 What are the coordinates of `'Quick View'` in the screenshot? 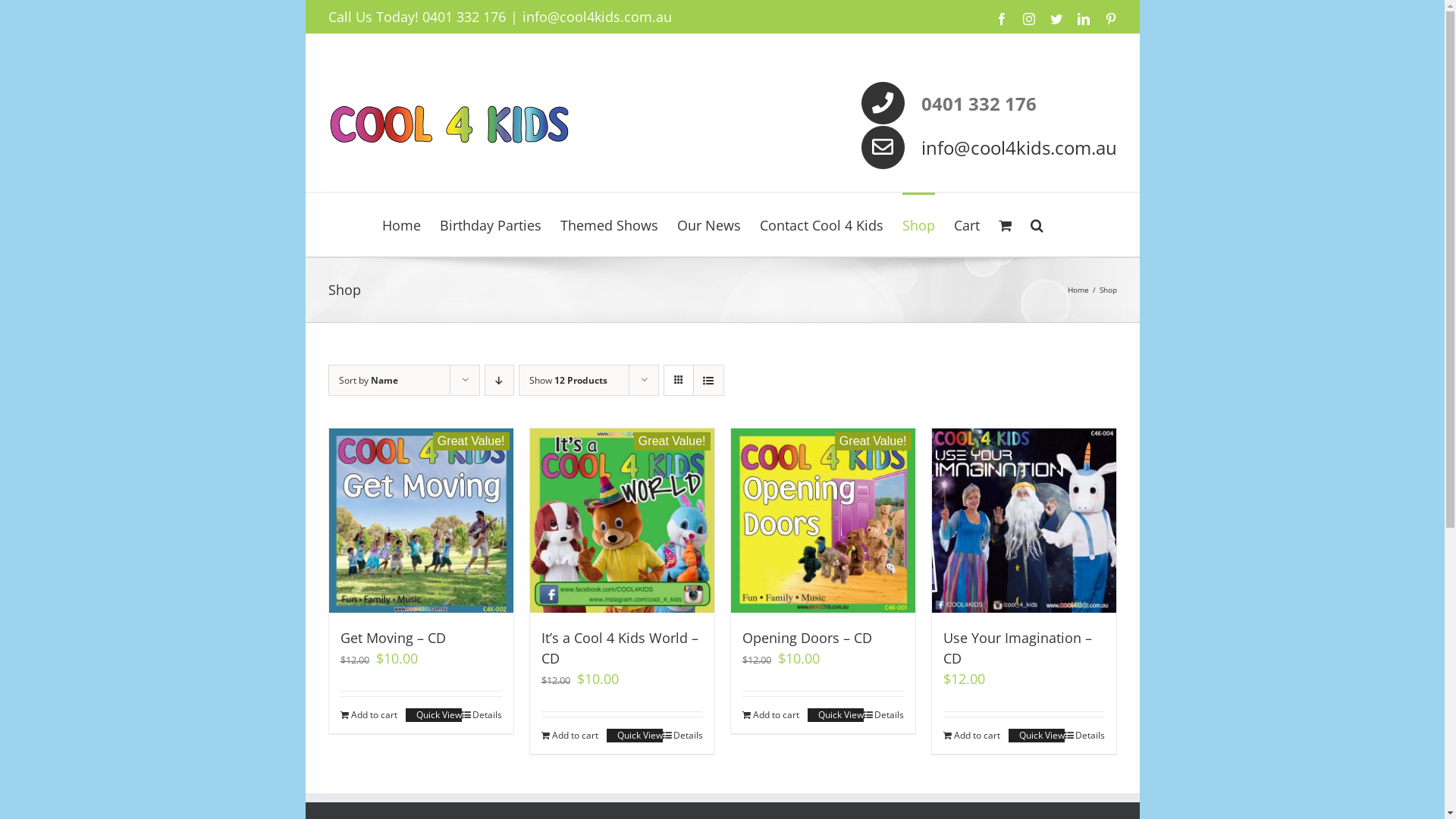 It's located at (634, 734).